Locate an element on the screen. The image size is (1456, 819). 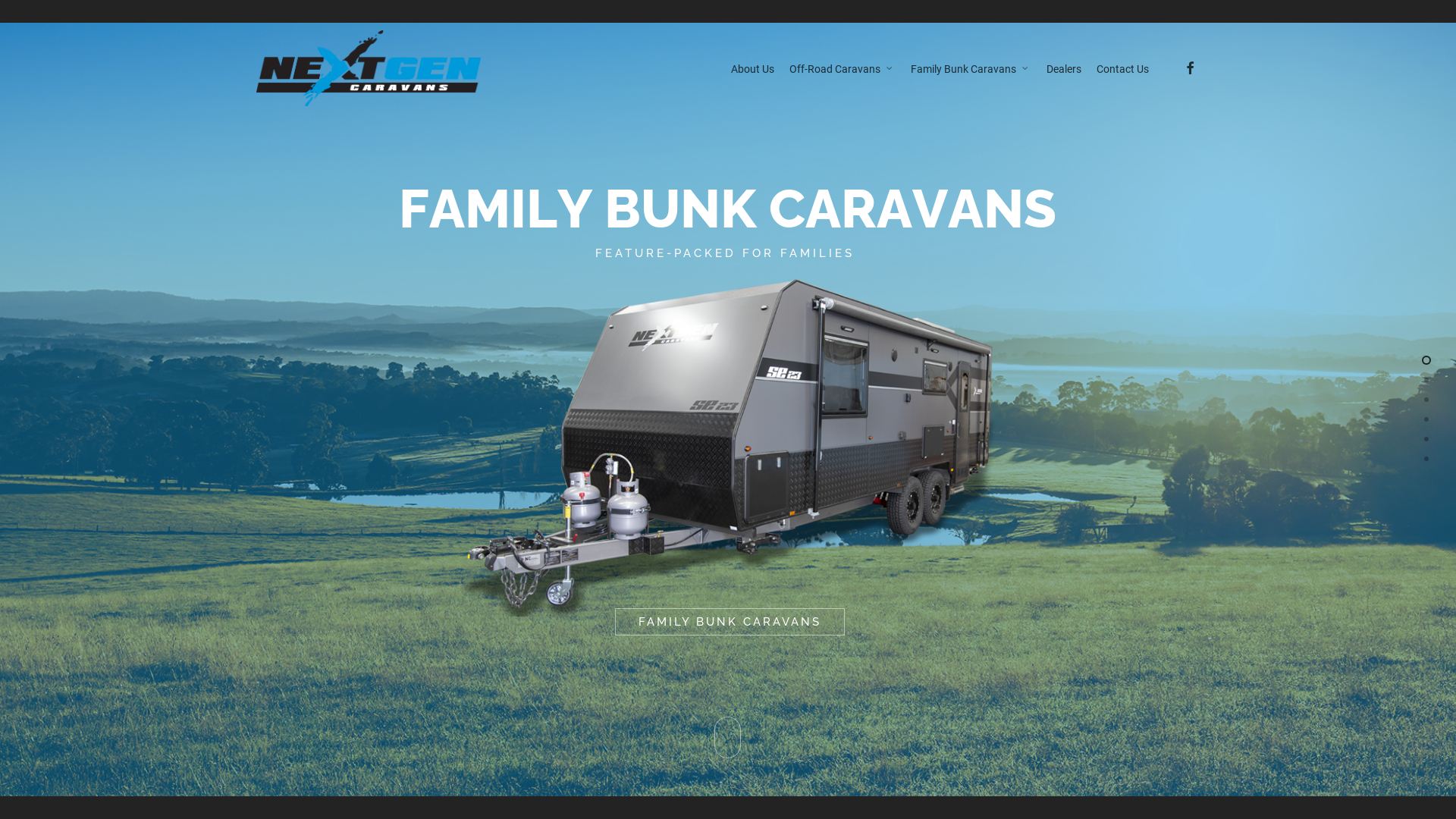
'facebook' is located at coordinates (1188, 67).